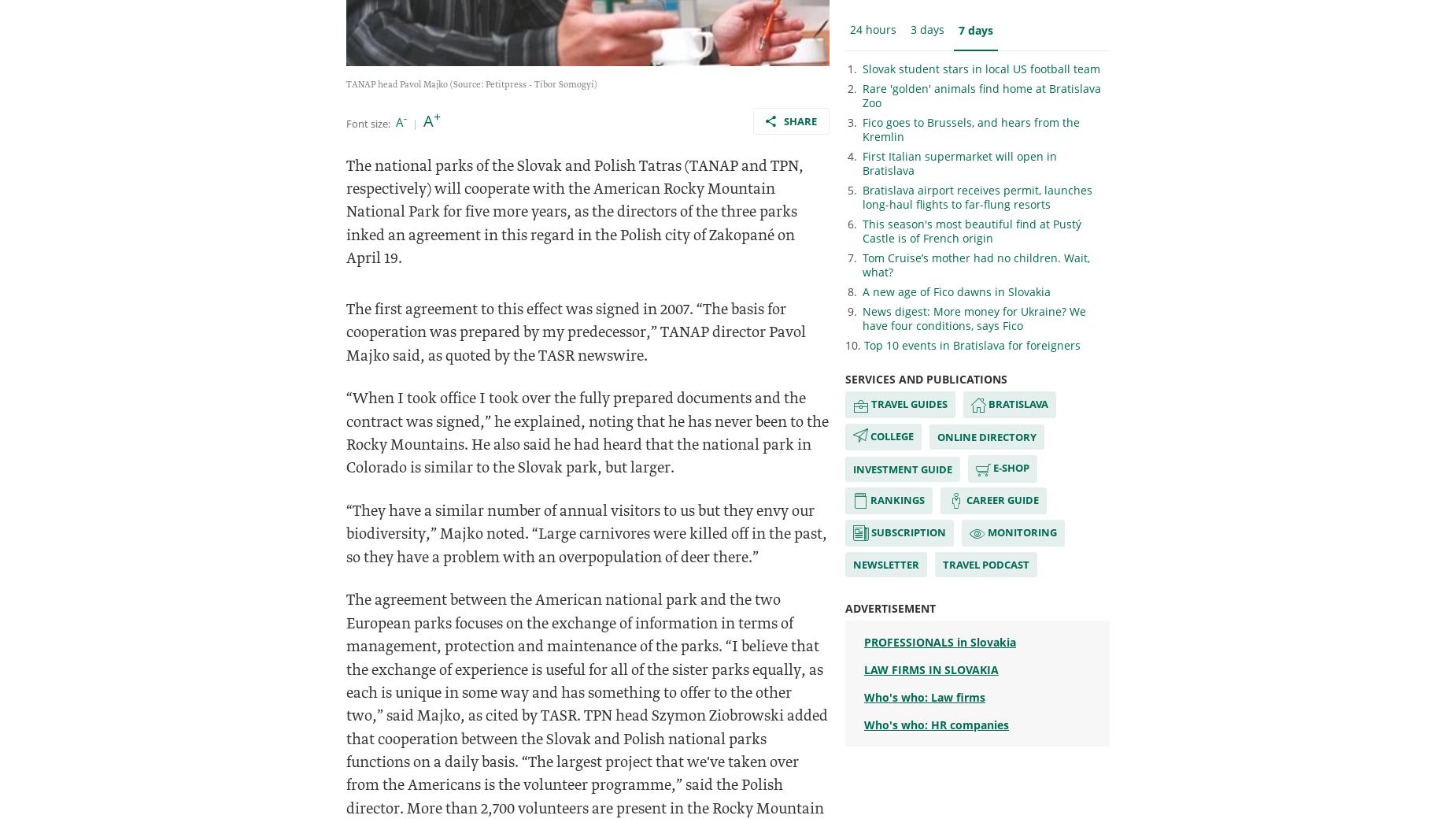 This screenshot has width=1456, height=819. What do you see at coordinates (587, 432) in the screenshot?
I see `'“When I took office I took over the fully prepared documents and the contract was signed,” he explained, noting that he has never been to the Rocky Mountains. He also said he had heard that the national park in Colorado is similar to the Slovak park, but larger.'` at bounding box center [587, 432].